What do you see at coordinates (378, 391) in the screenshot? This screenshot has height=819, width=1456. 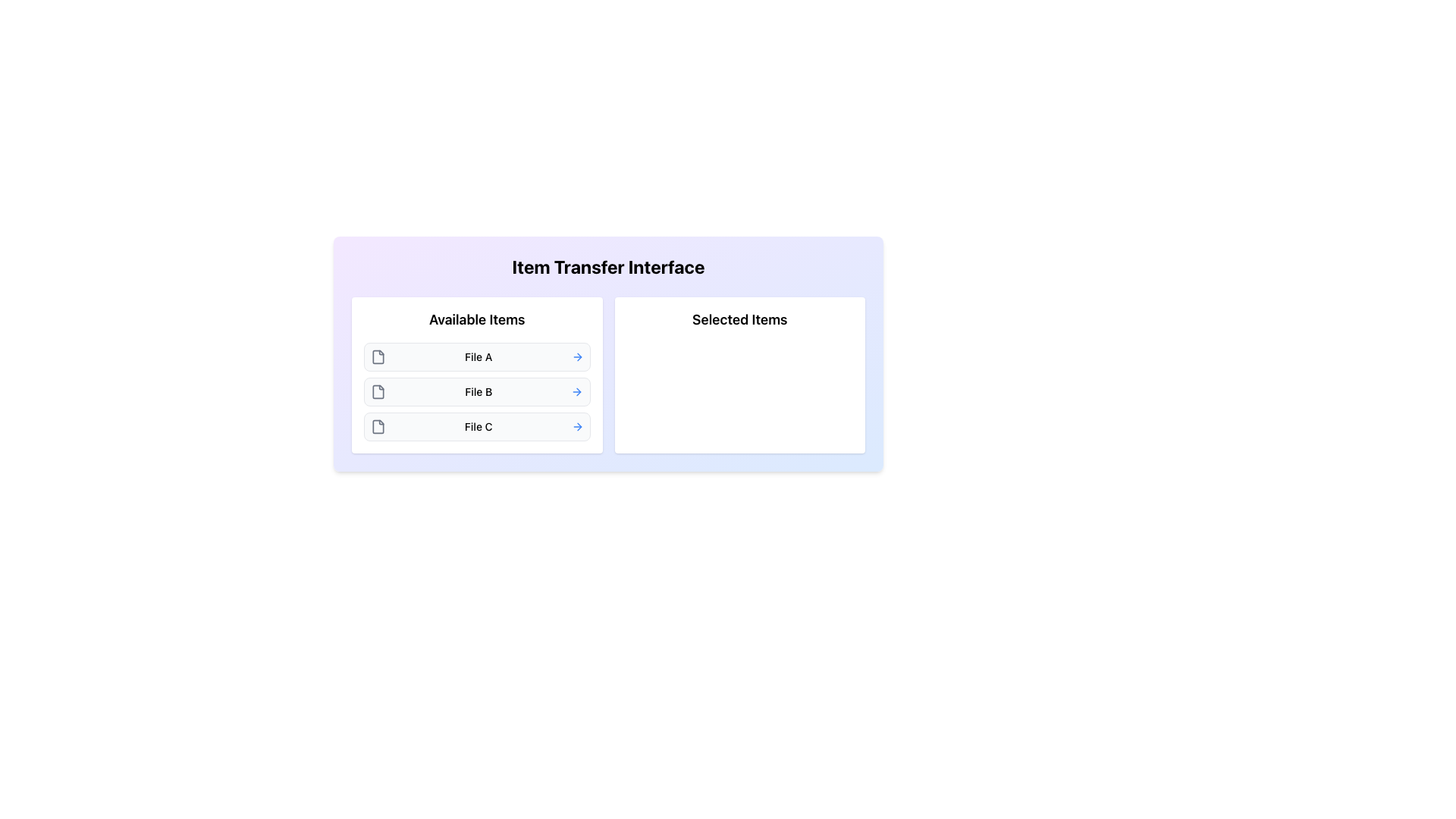 I see `the icon representing 'File B'` at bounding box center [378, 391].